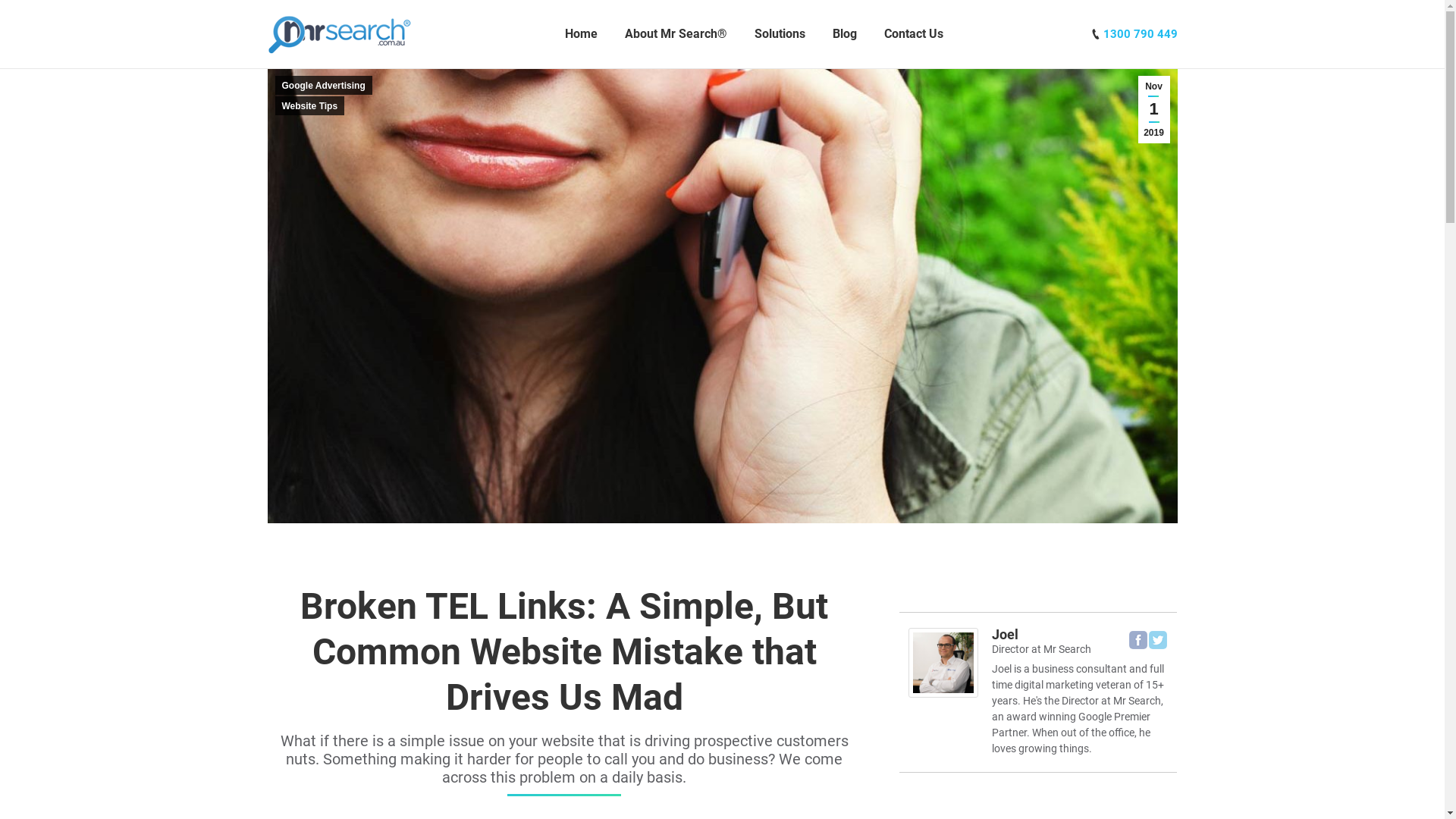 The image size is (1456, 819). I want to click on 'Facebook', so click(1138, 640).